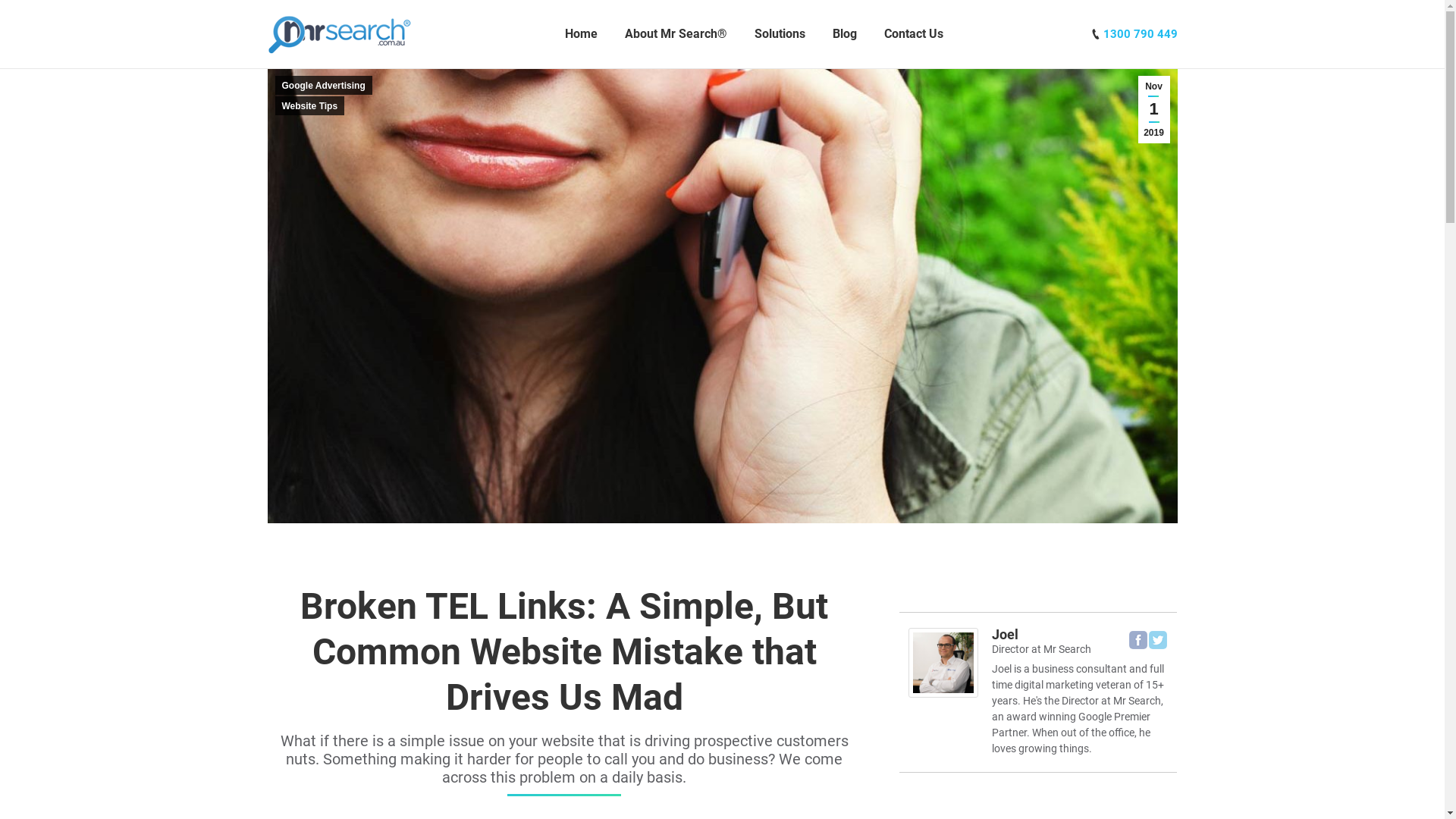 The image size is (1456, 819). I want to click on 'Facebook', so click(1138, 640).